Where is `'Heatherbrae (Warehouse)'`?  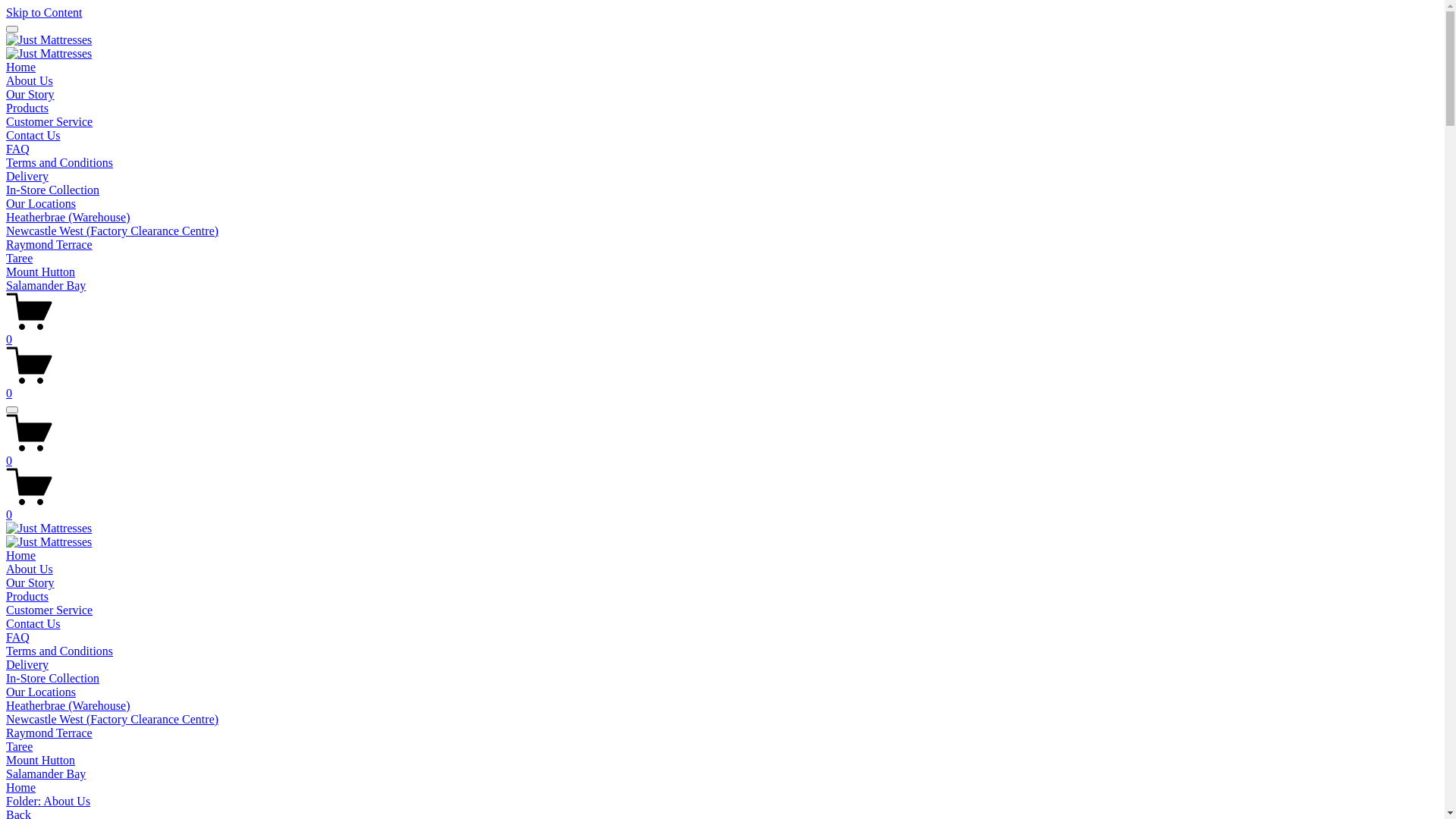
'Heatherbrae (Warehouse)' is located at coordinates (6, 705).